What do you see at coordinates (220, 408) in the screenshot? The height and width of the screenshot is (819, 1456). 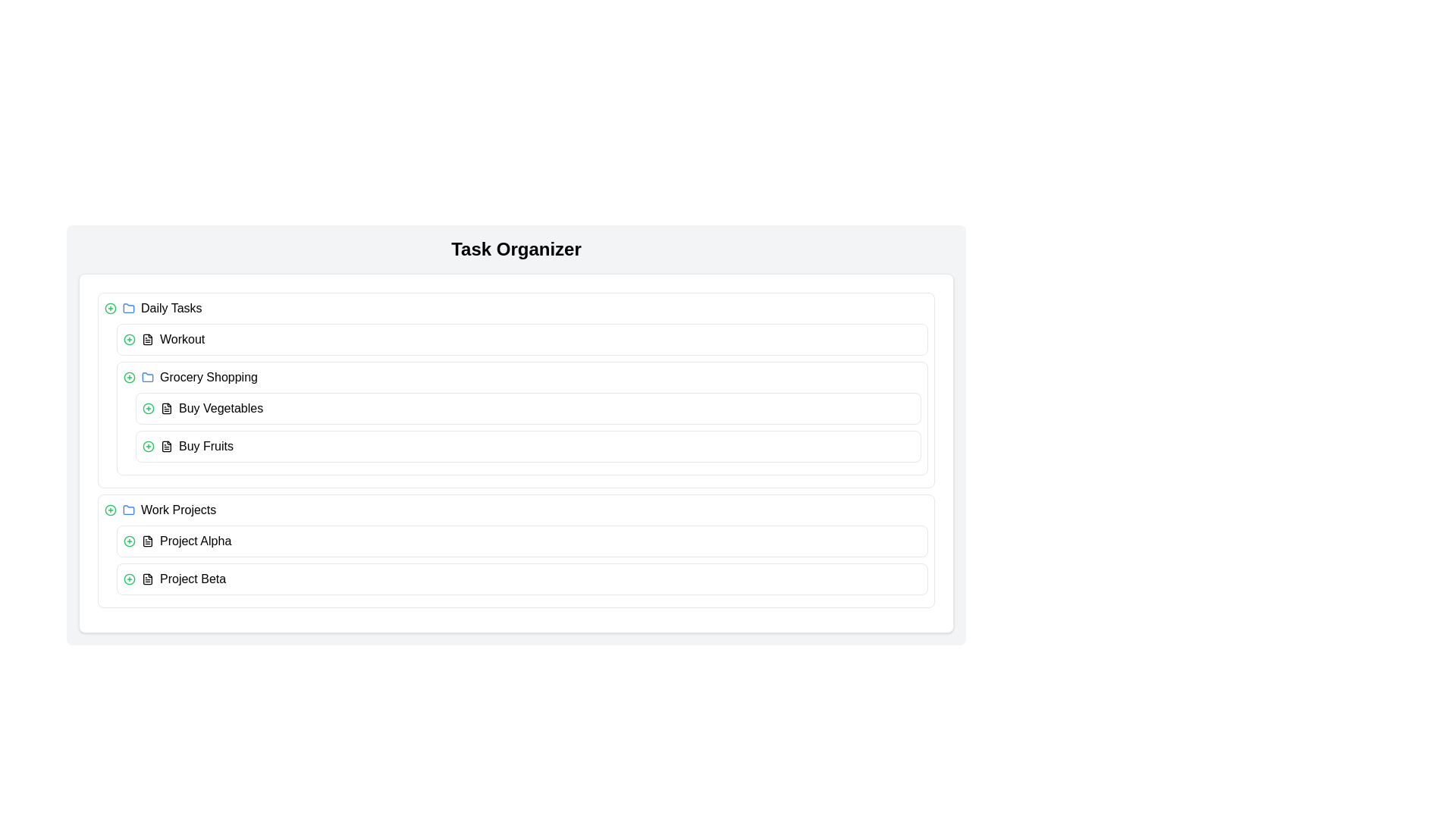 I see `the text label 'Buy Vegetables' located under the 'Grocery Shopping' section in the task-organizer interface` at bounding box center [220, 408].